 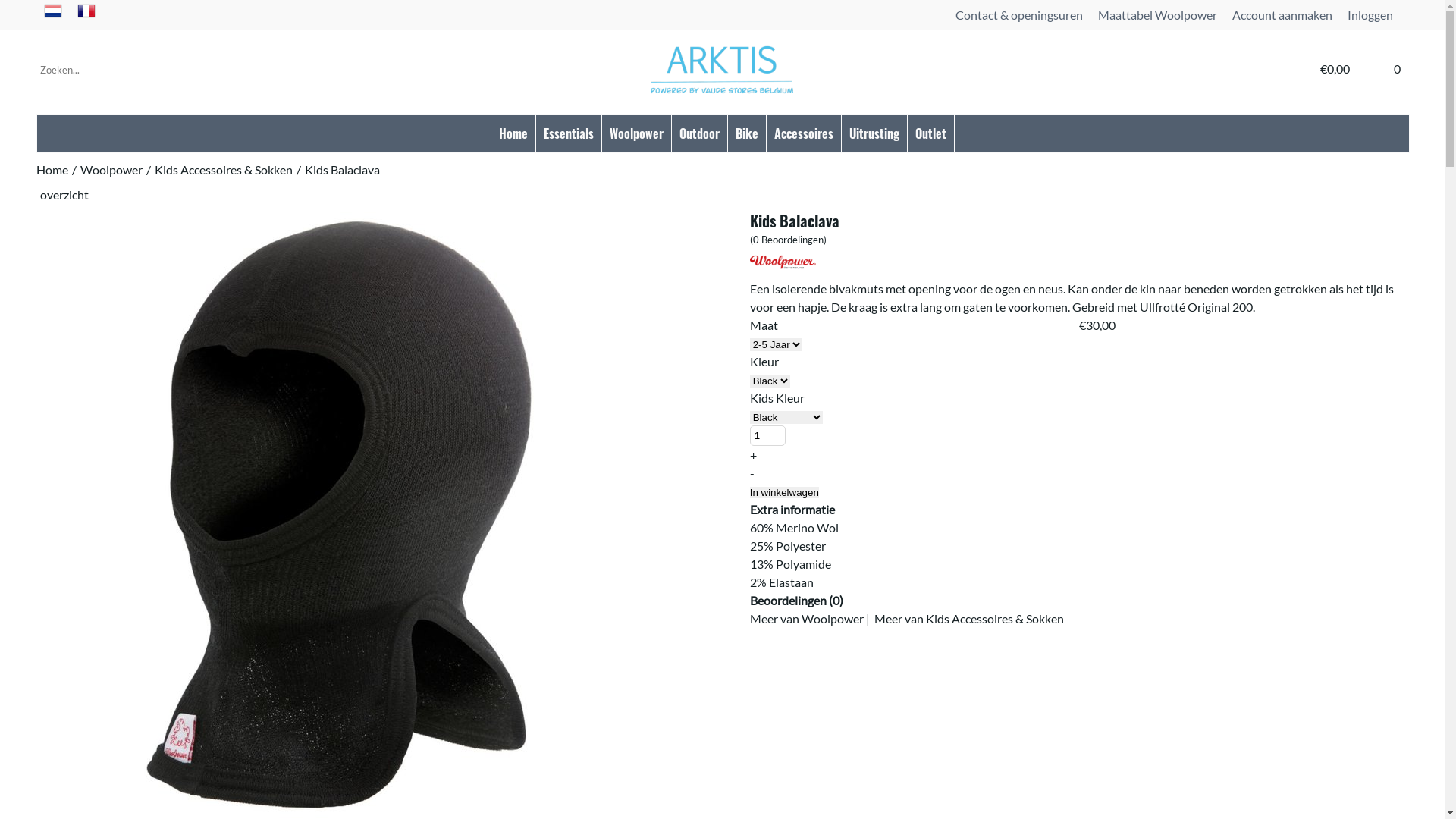 What do you see at coordinates (1370, 14) in the screenshot?
I see `'Inloggen'` at bounding box center [1370, 14].